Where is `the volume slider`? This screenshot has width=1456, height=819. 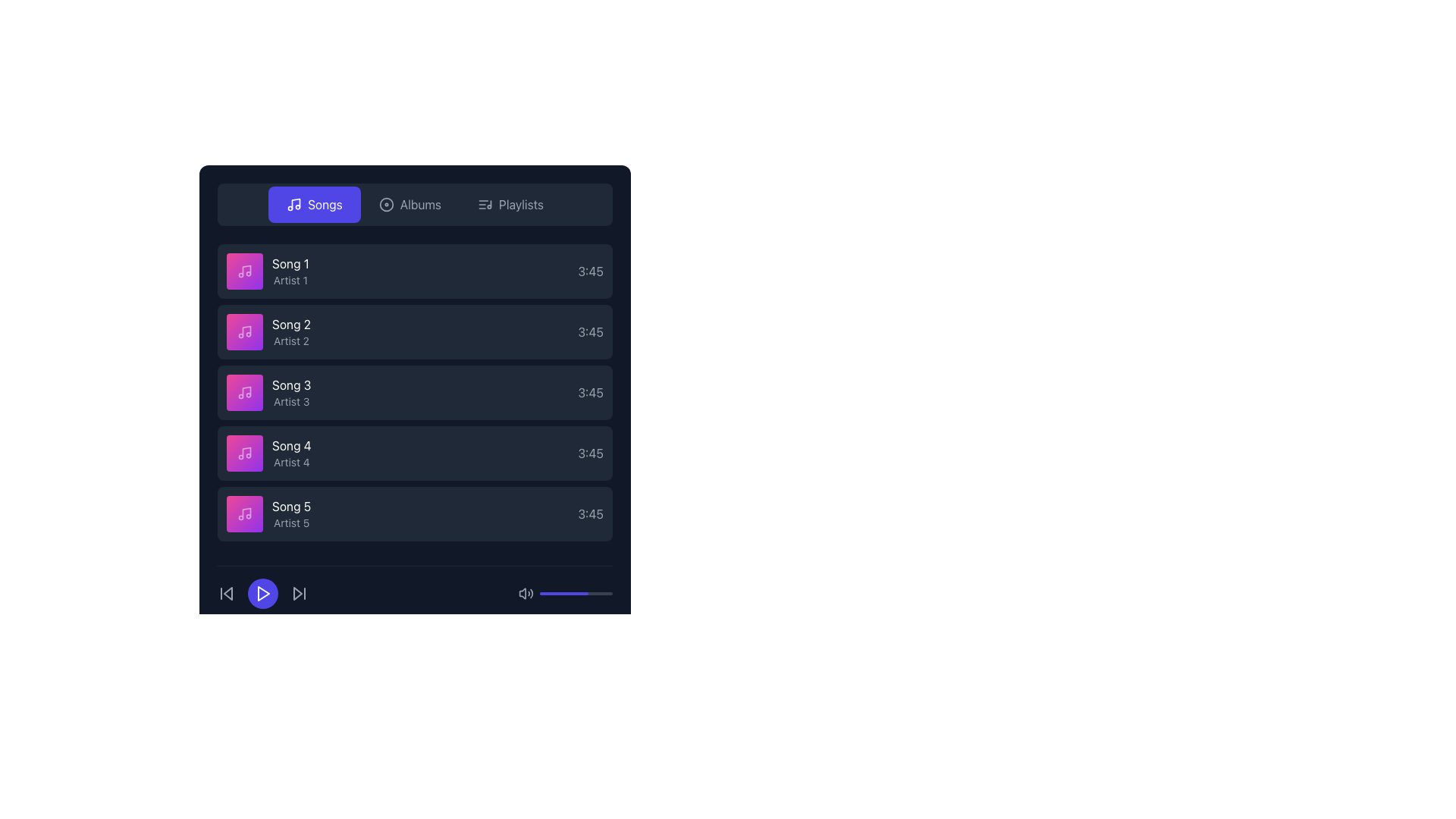 the volume slider is located at coordinates (573, 593).